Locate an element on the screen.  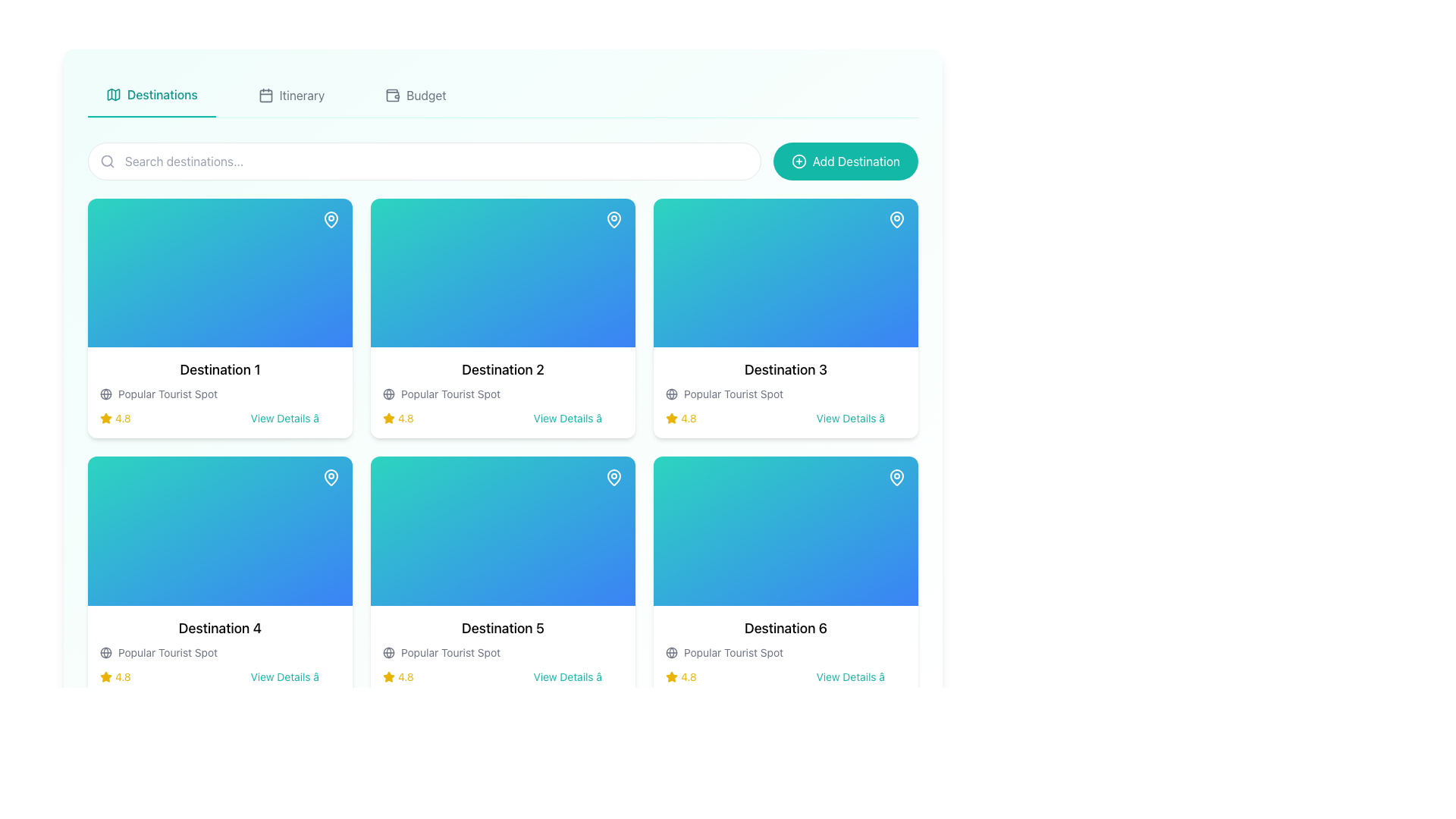
the text label displaying 'Popular Tourist Spot' in gray font, which is part of the card labeled 'Destination 5' in the second row, first column of the grid, located to the right of a globe icon is located at coordinates (450, 651).